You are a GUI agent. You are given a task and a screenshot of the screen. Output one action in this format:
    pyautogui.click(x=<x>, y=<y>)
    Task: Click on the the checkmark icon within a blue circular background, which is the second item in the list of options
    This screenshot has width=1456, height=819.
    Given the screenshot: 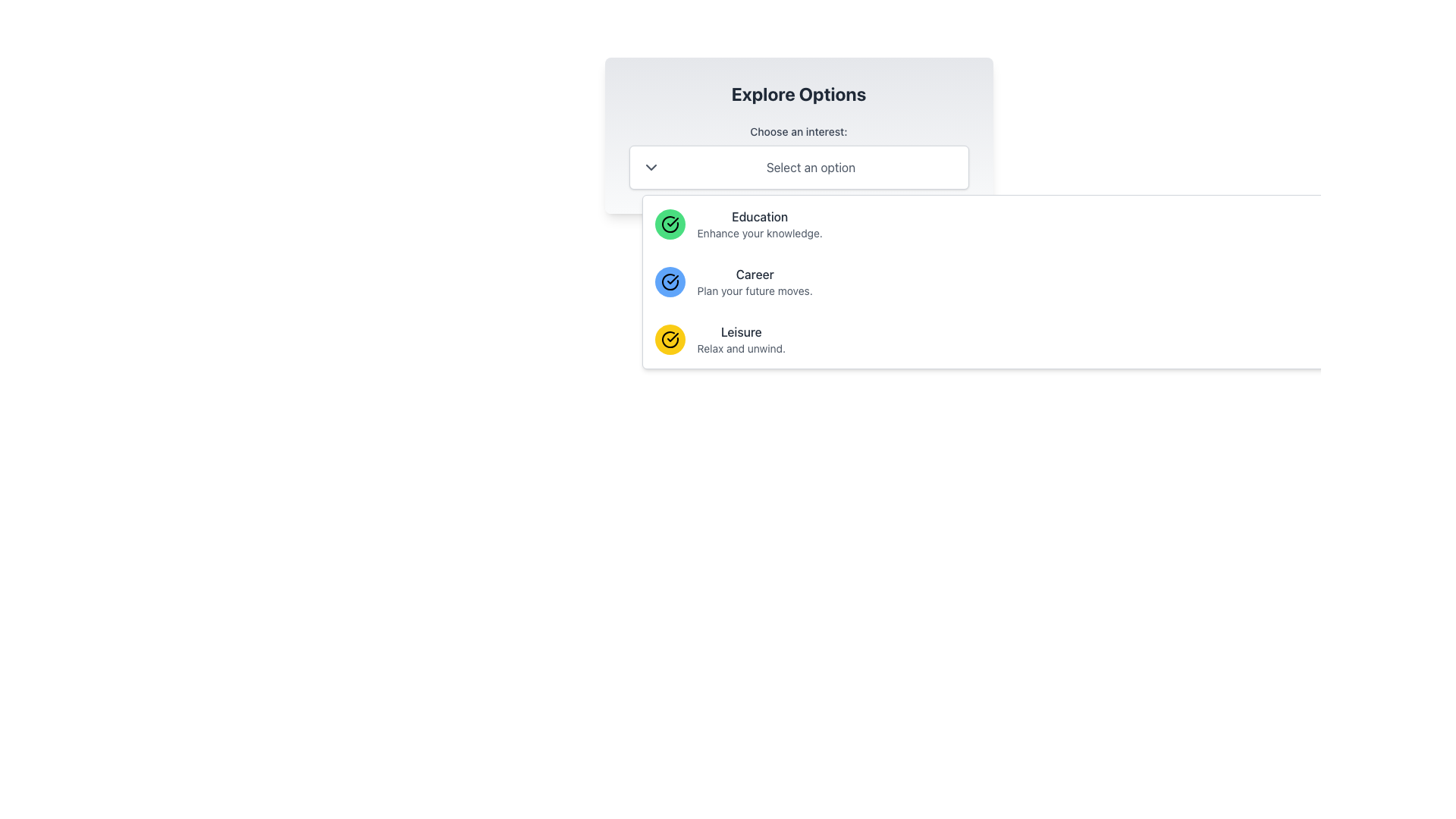 What is the action you would take?
    pyautogui.click(x=672, y=280)
    